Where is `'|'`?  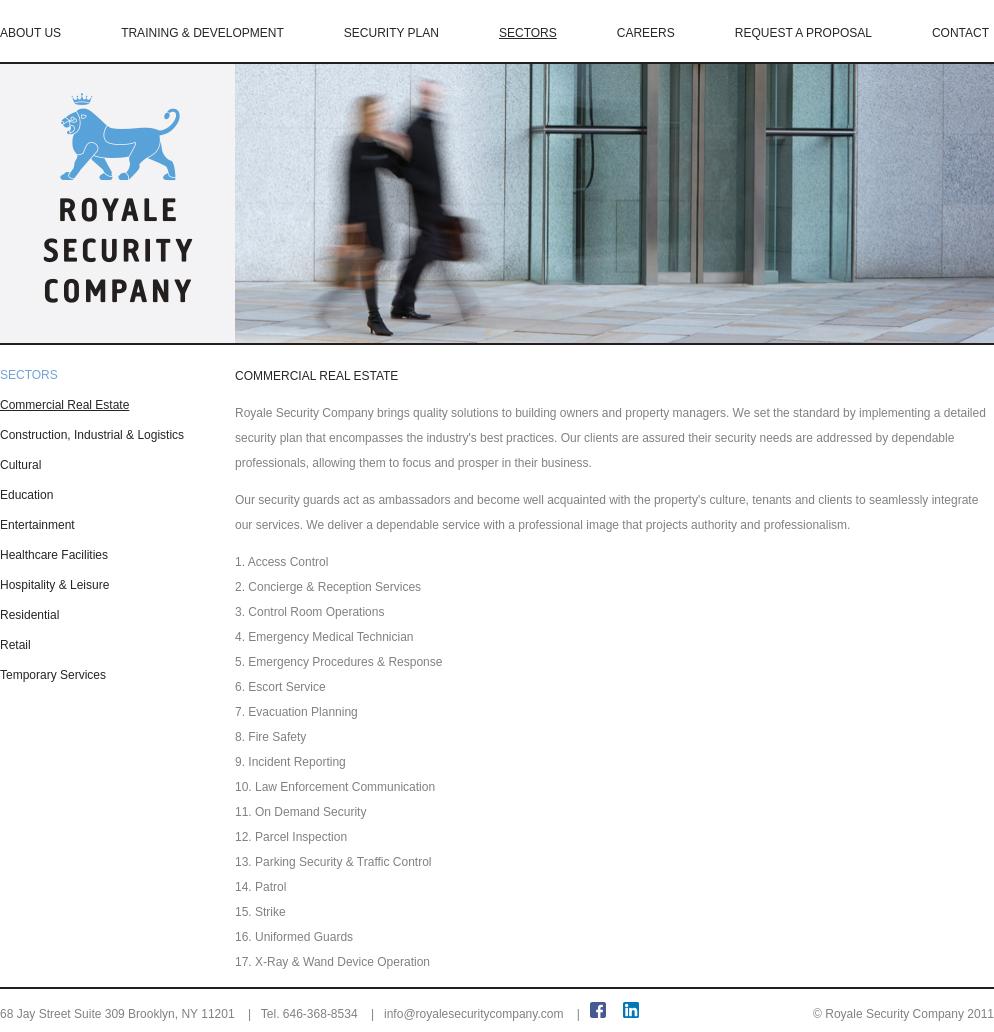 '|' is located at coordinates (576, 1013).